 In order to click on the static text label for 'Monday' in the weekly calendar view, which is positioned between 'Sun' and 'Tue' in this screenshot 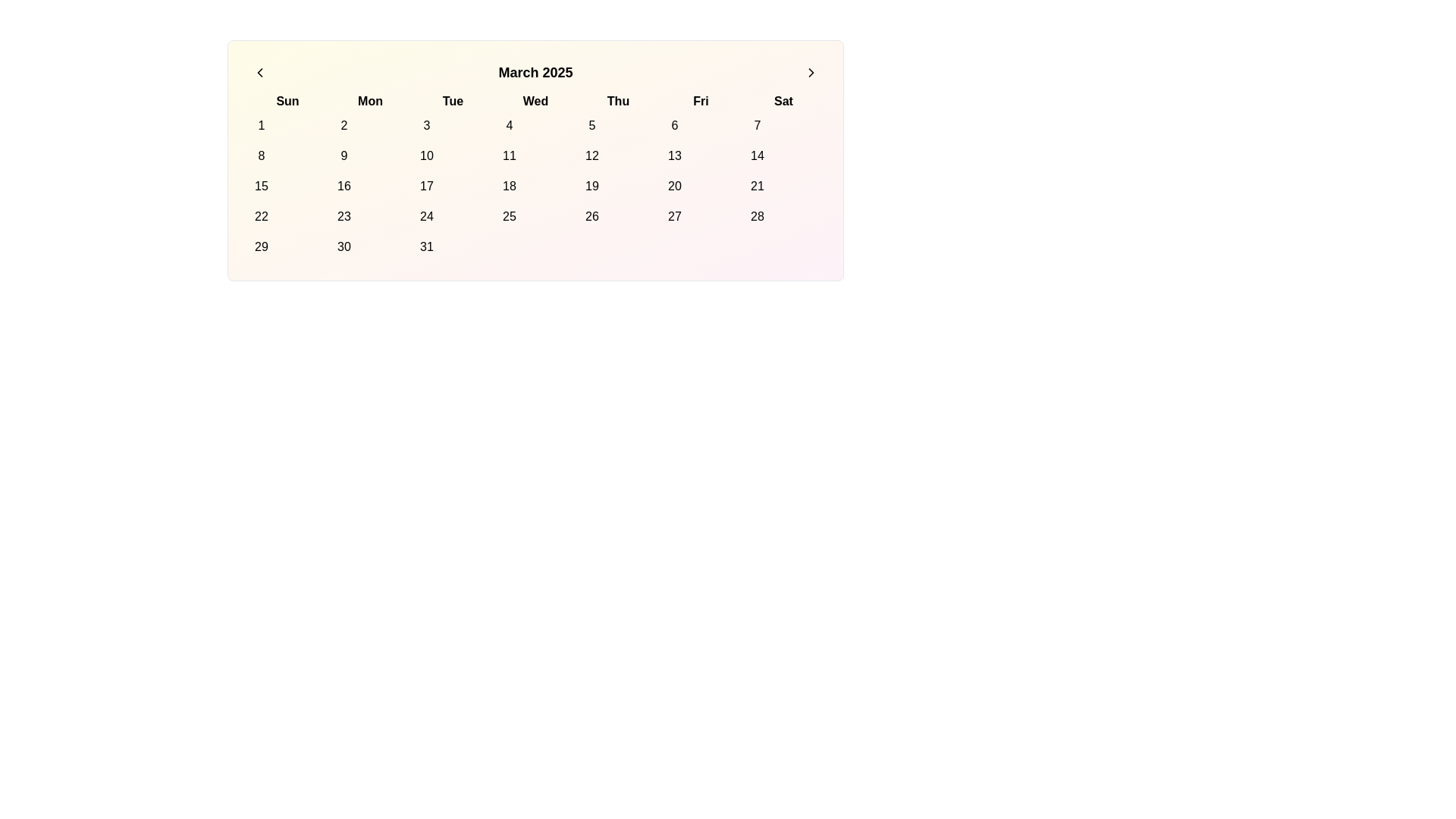, I will do `click(370, 102)`.